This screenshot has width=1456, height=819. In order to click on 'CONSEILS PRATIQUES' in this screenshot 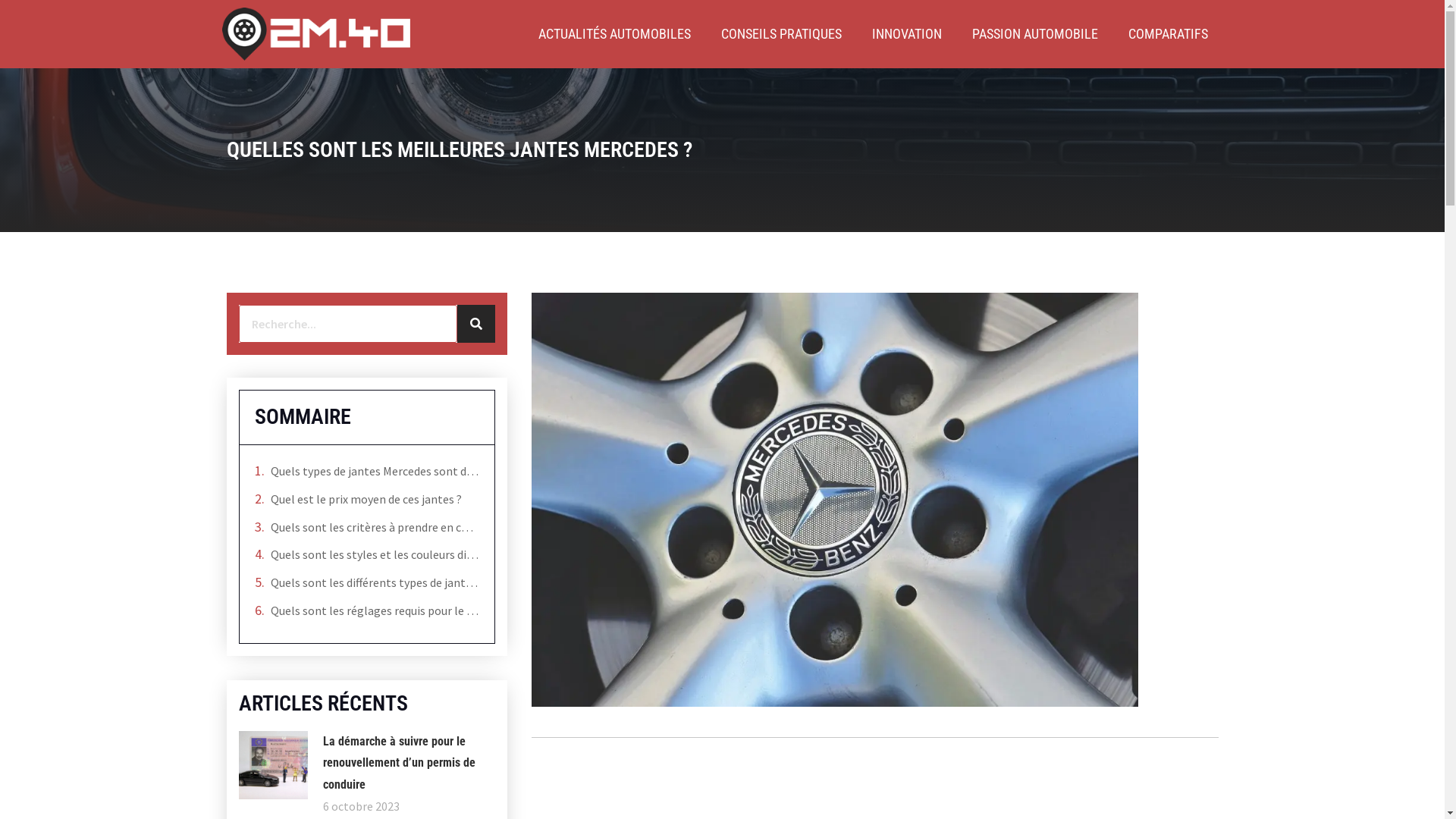, I will do `click(780, 34)`.